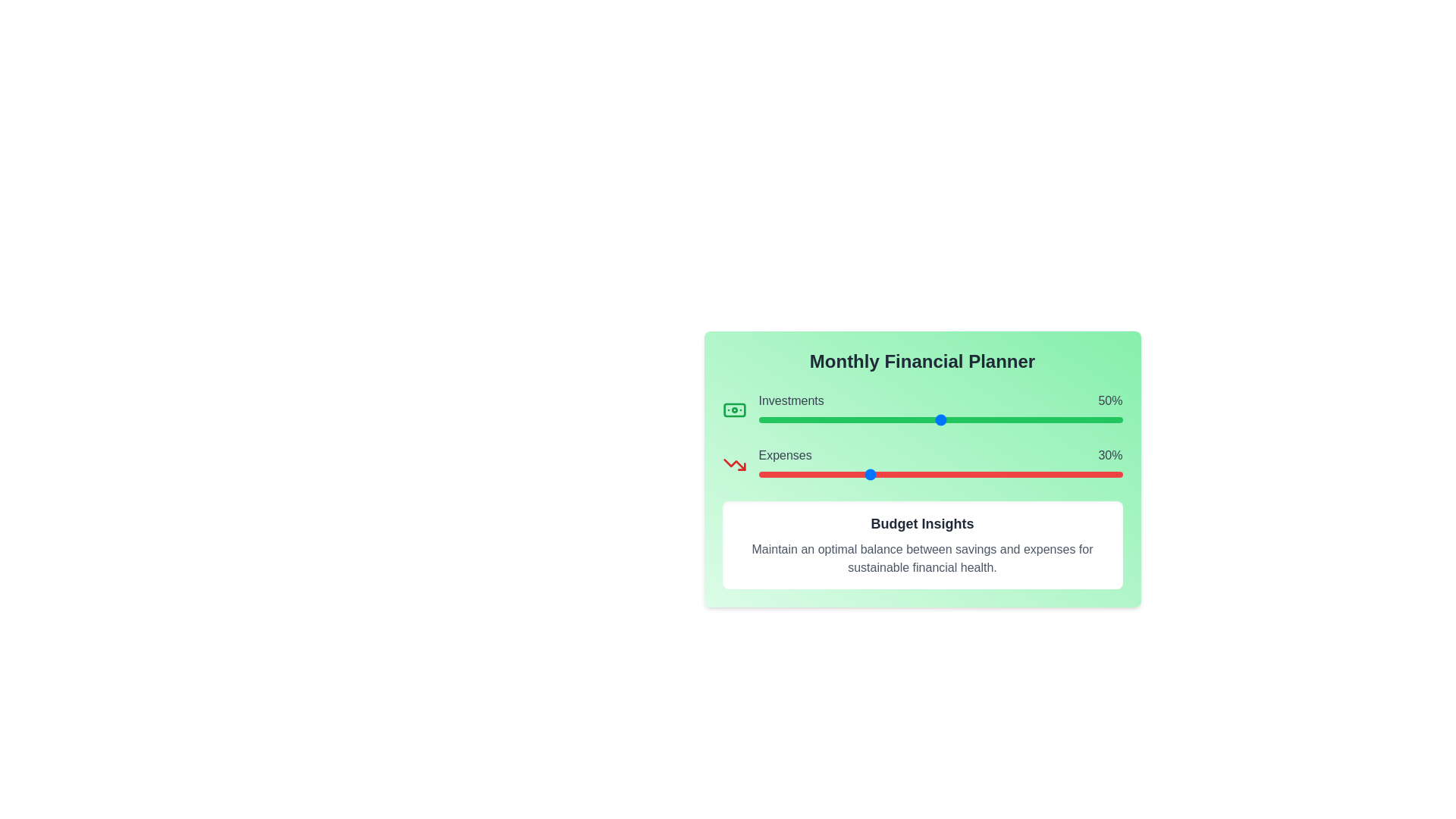 The width and height of the screenshot is (1456, 819). I want to click on the 'Investments' slider to set its value to 94%, so click(1100, 420).